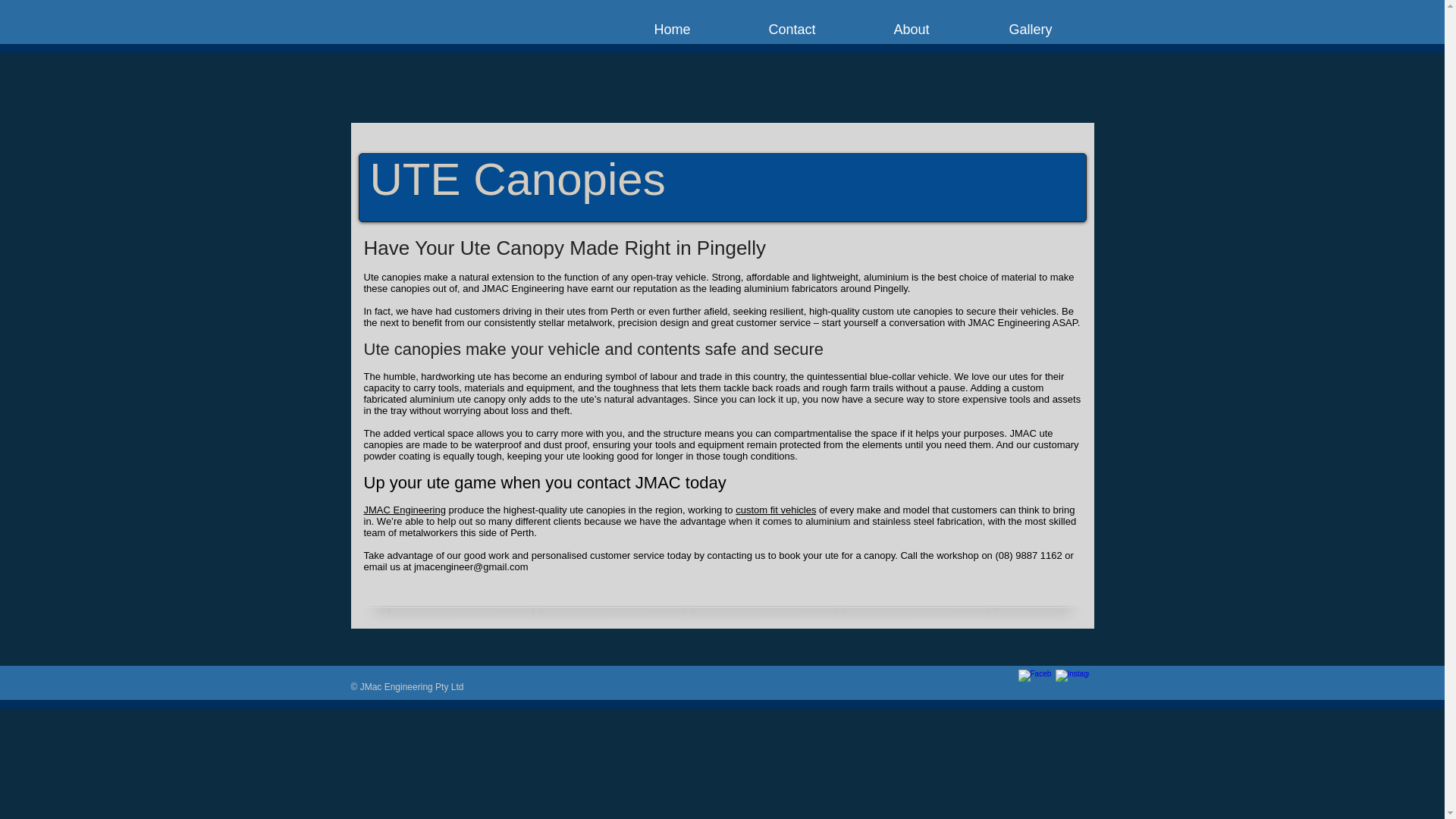  What do you see at coordinates (672, 29) in the screenshot?
I see `'Home'` at bounding box center [672, 29].